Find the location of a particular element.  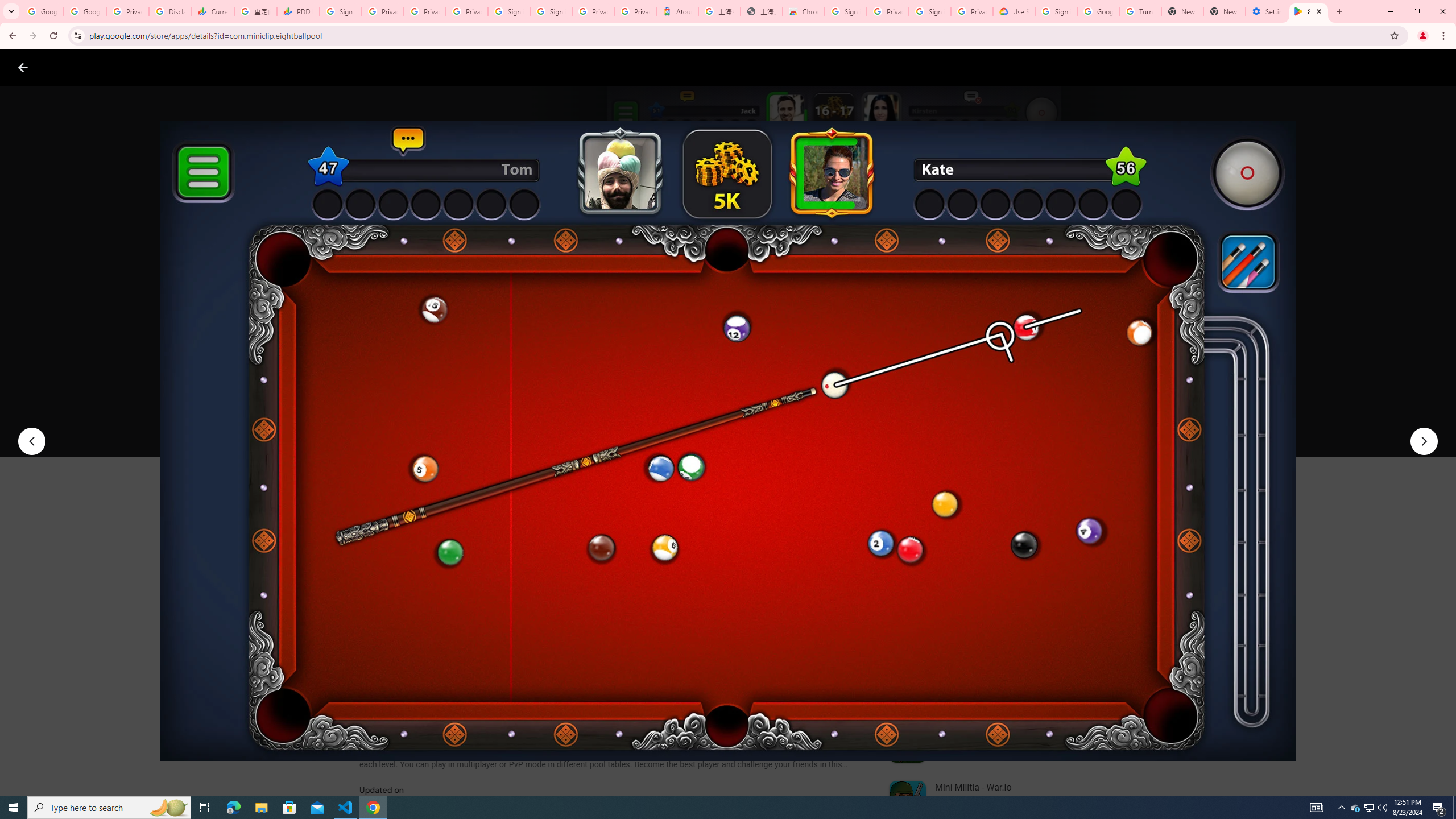

'Atour Hotel - Google hotels' is located at coordinates (677, 11).